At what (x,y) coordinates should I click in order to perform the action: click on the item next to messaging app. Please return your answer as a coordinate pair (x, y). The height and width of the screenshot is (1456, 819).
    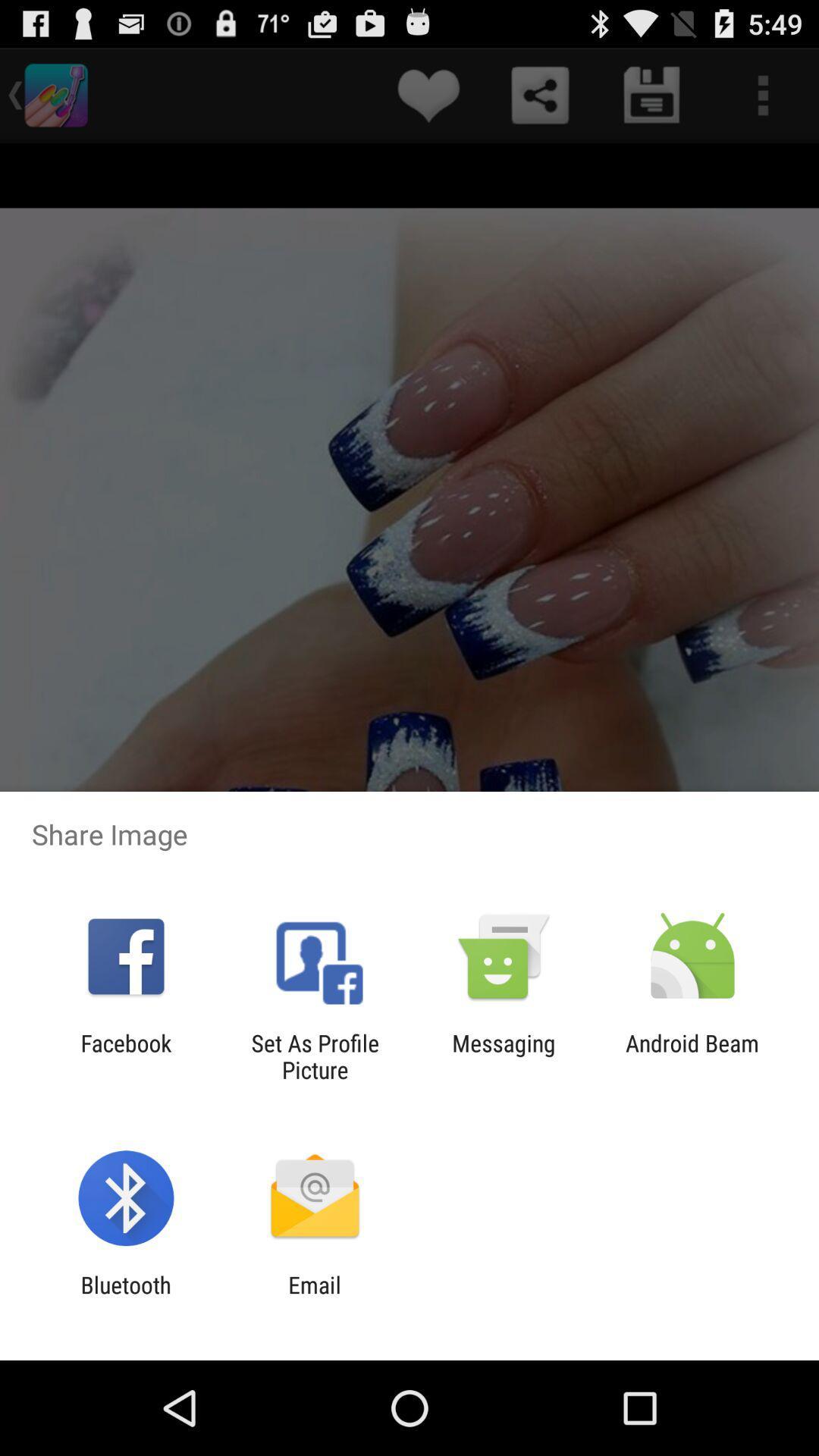
    Looking at the image, I should click on (314, 1056).